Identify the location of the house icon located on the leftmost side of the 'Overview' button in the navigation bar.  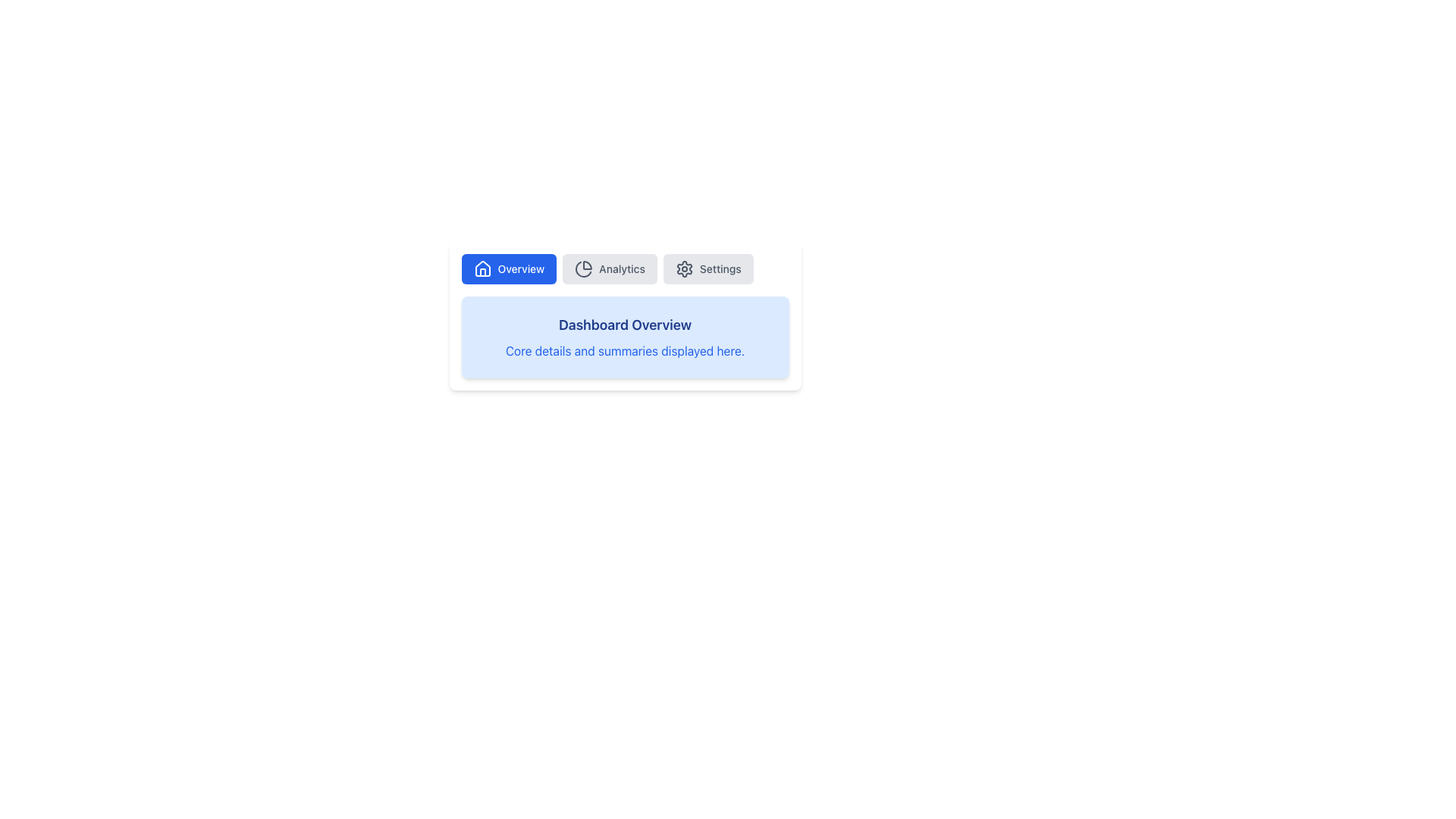
(482, 268).